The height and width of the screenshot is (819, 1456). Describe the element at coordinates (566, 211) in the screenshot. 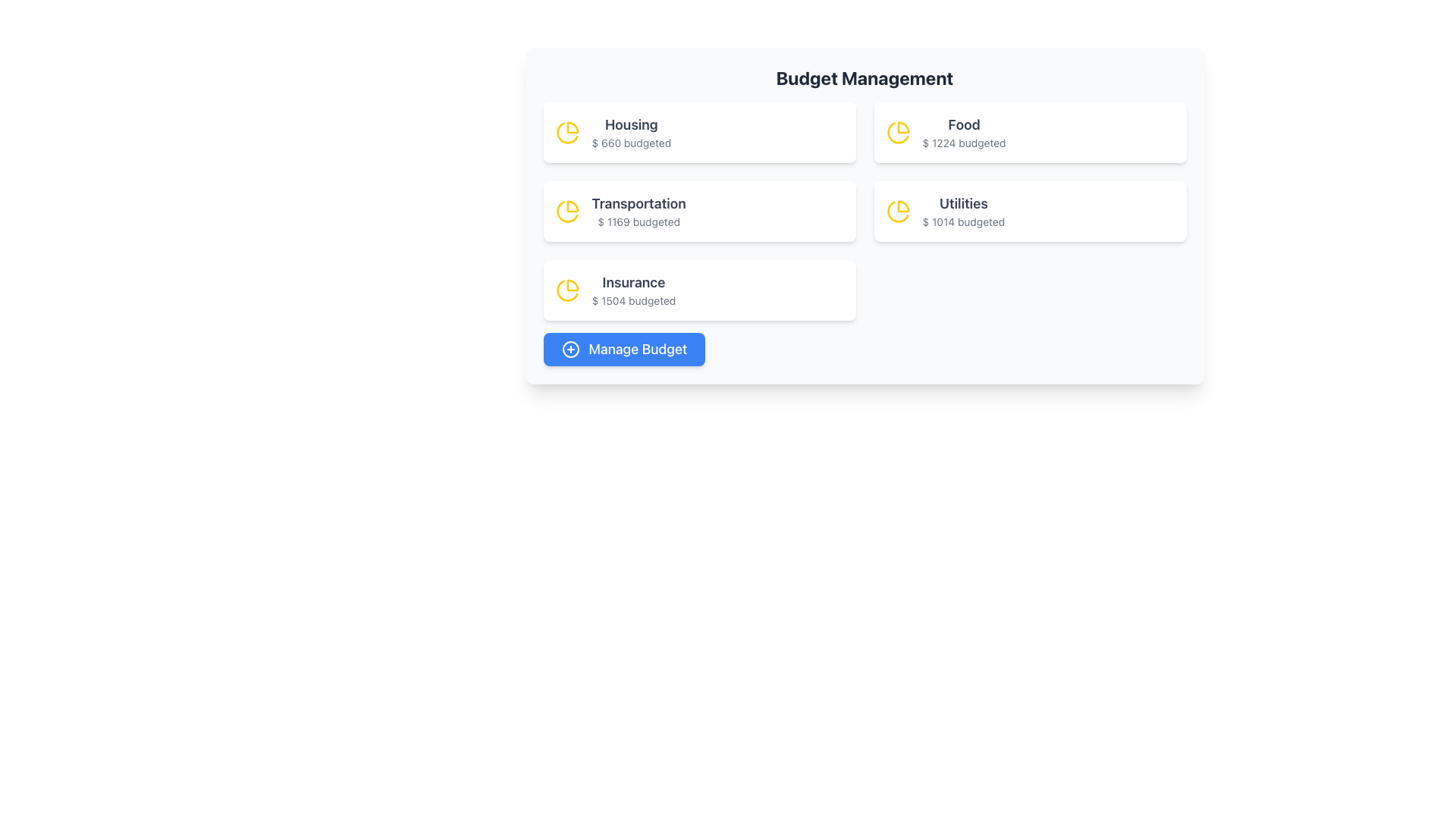

I see `the icon representing 'Transportation' located to the left of the 'Transportation' text and above the '$ 1169 budgeted' text in the second row of the cards layout` at that location.